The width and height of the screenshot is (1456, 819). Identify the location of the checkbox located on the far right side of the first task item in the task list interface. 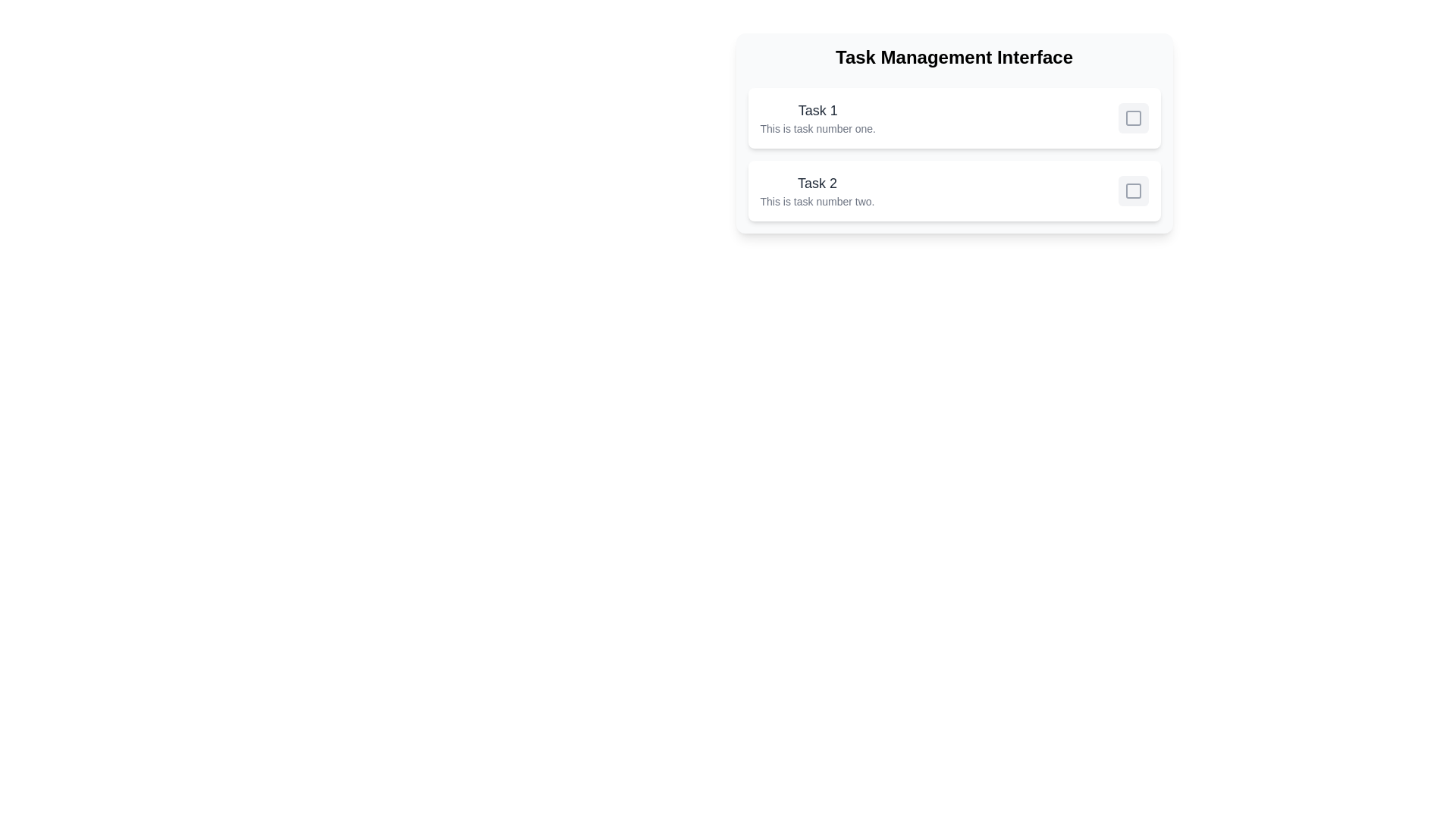
(1133, 117).